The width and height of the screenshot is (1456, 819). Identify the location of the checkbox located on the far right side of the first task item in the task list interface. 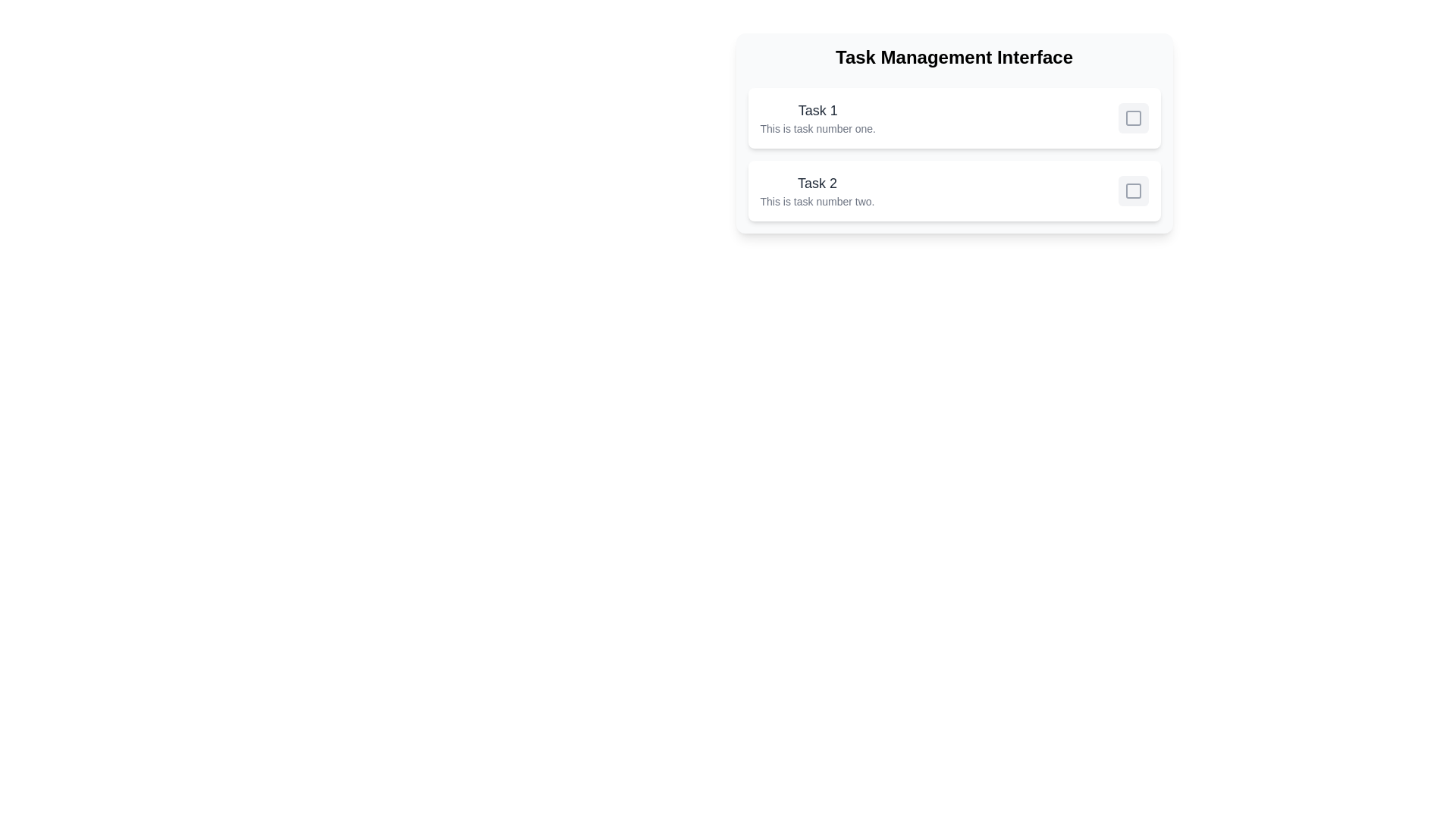
(1133, 117).